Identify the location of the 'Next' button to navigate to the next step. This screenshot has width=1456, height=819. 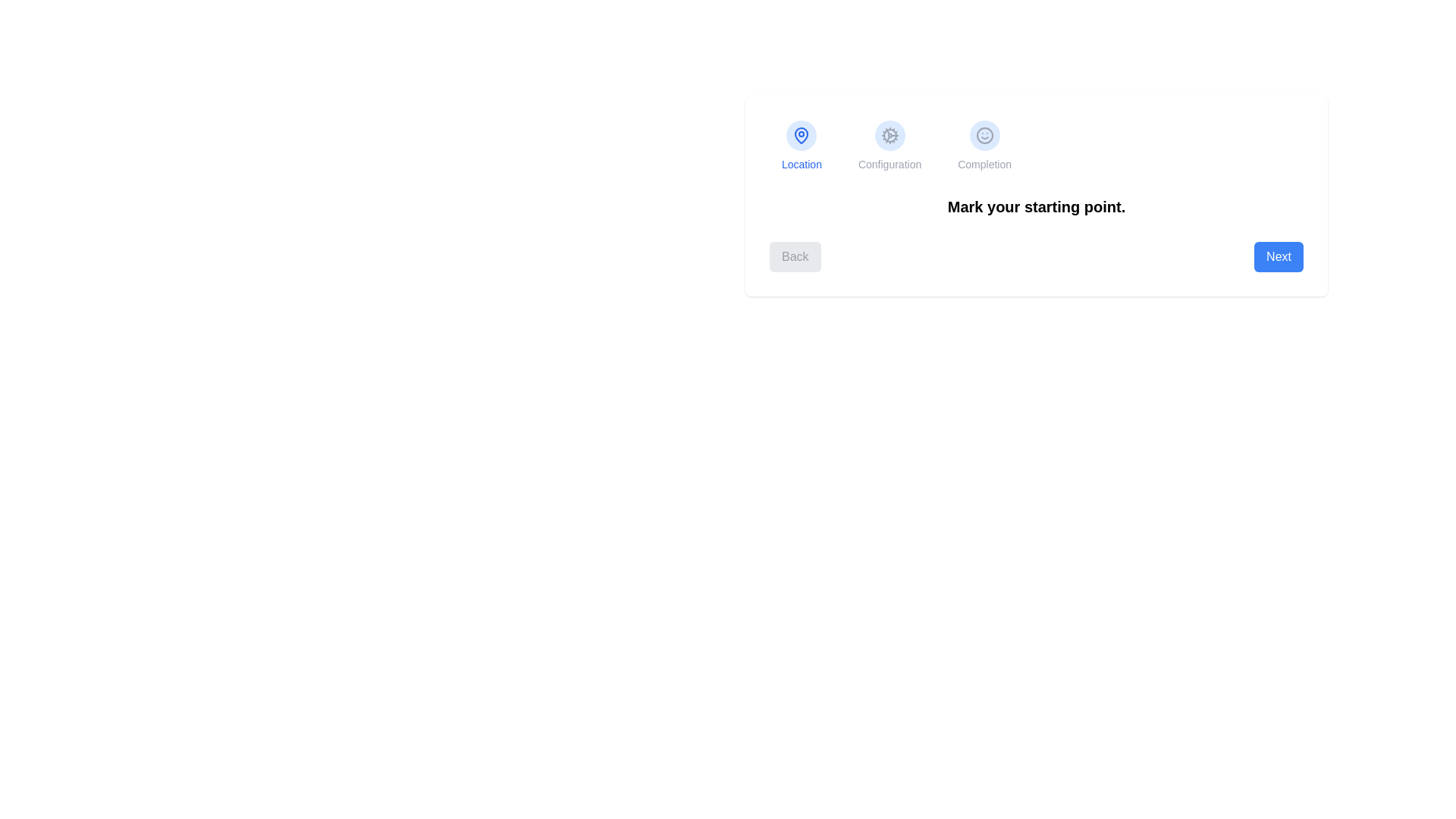
(1277, 256).